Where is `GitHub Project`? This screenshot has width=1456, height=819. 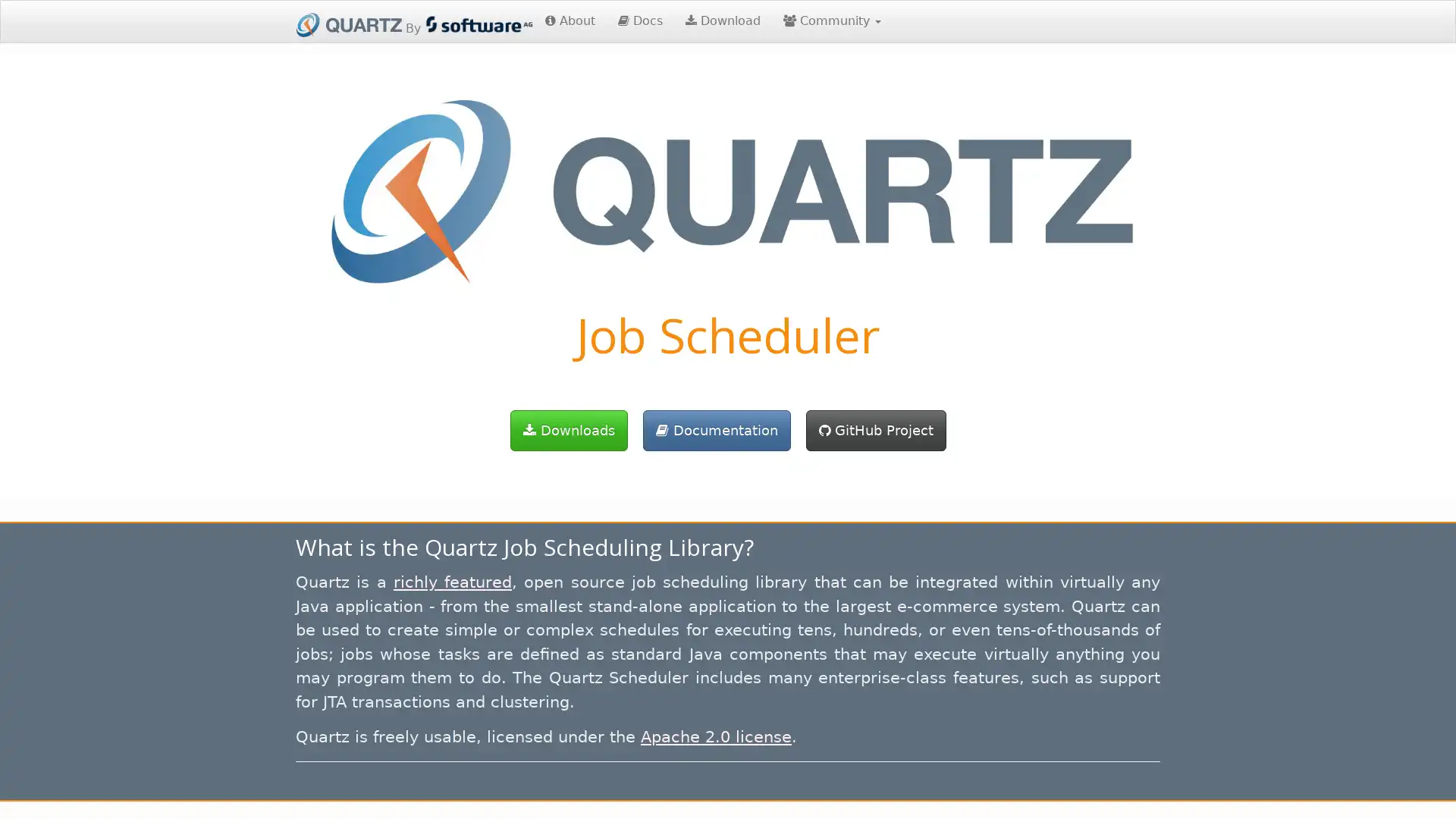
GitHub Project is located at coordinates (875, 430).